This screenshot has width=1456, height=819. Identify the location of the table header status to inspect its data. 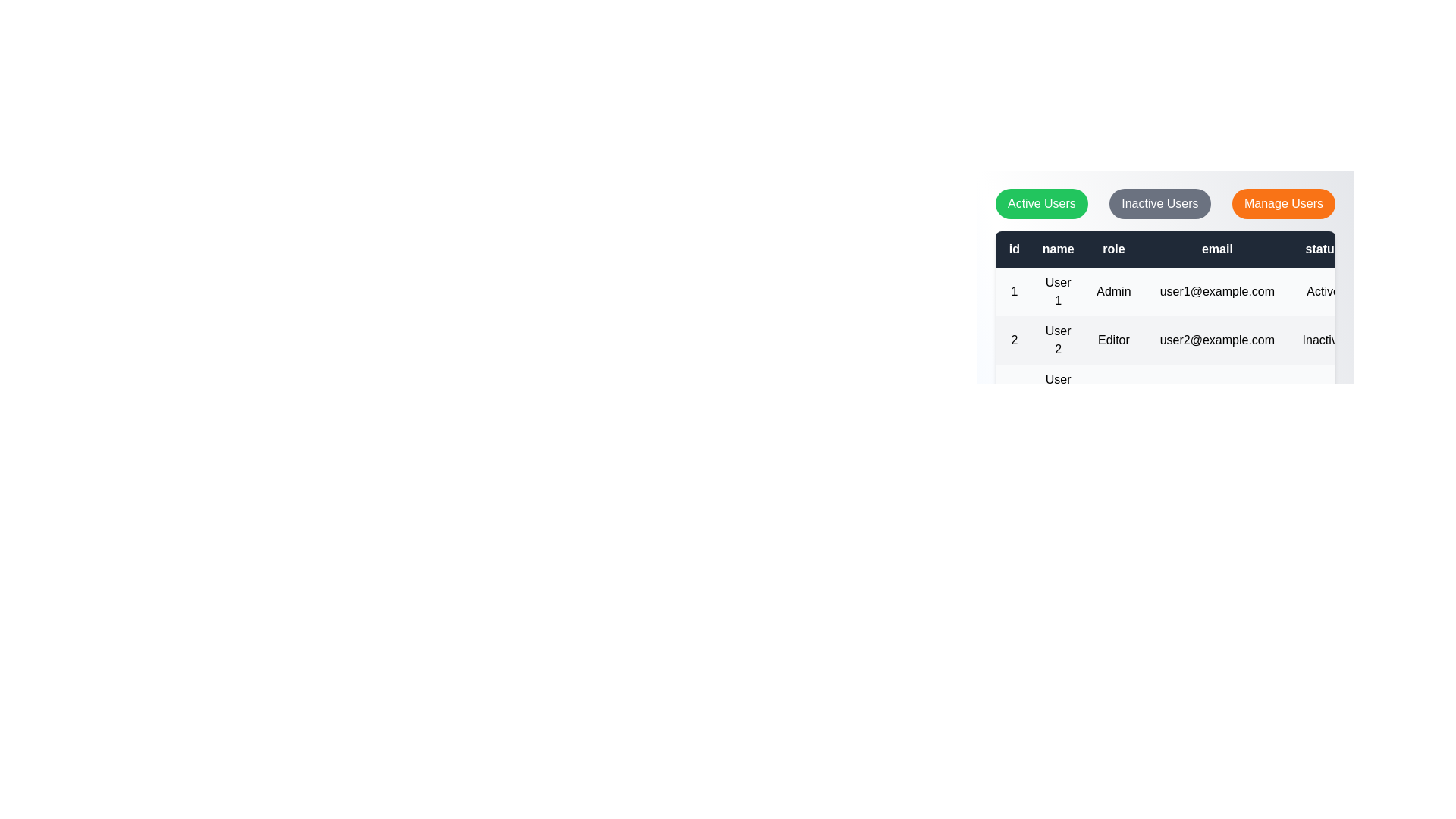
(1323, 248).